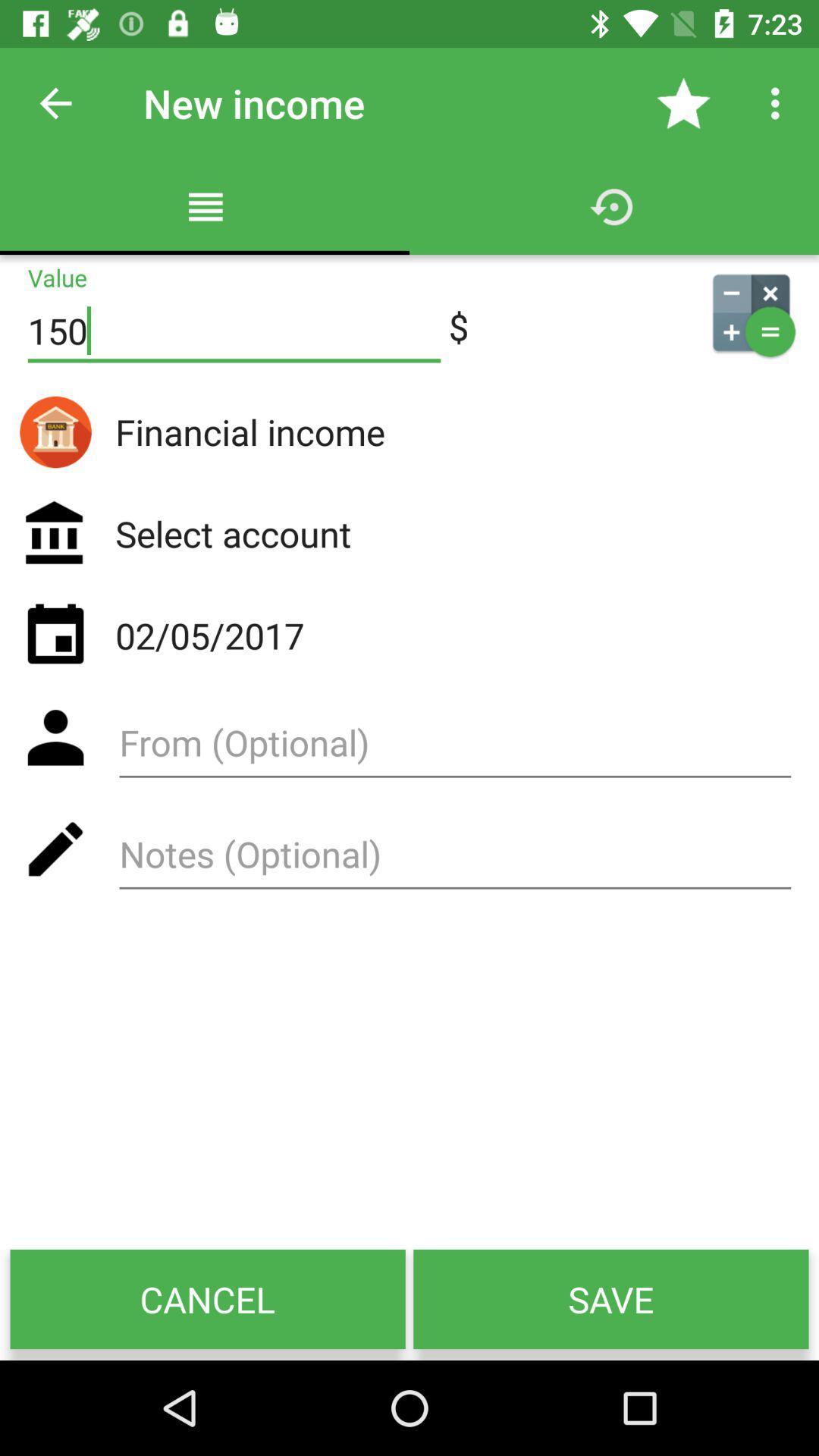 This screenshot has width=819, height=1456. Describe the element at coordinates (454, 748) in the screenshot. I see `from optional` at that location.